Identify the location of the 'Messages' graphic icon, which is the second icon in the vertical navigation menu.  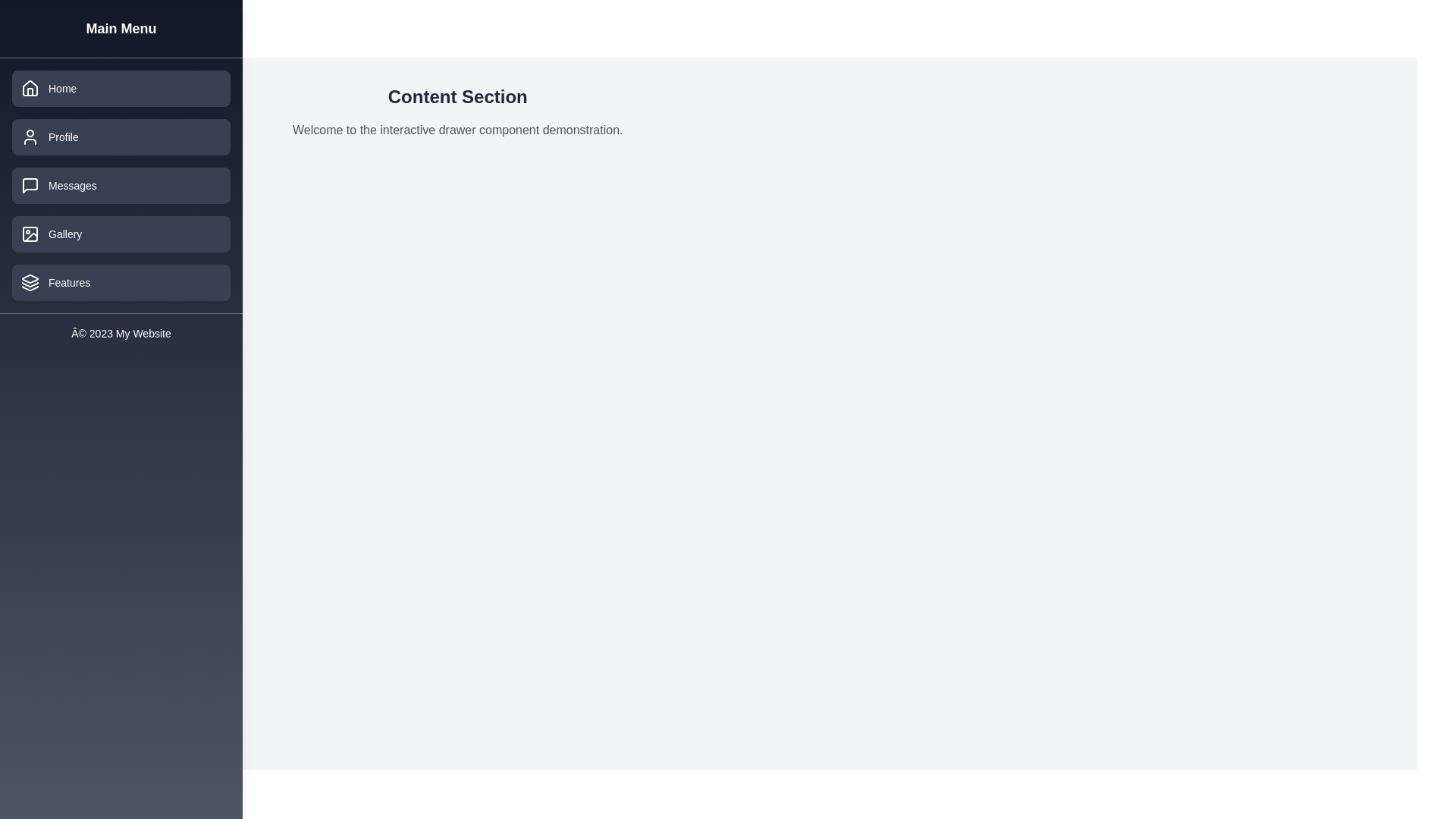
(30, 185).